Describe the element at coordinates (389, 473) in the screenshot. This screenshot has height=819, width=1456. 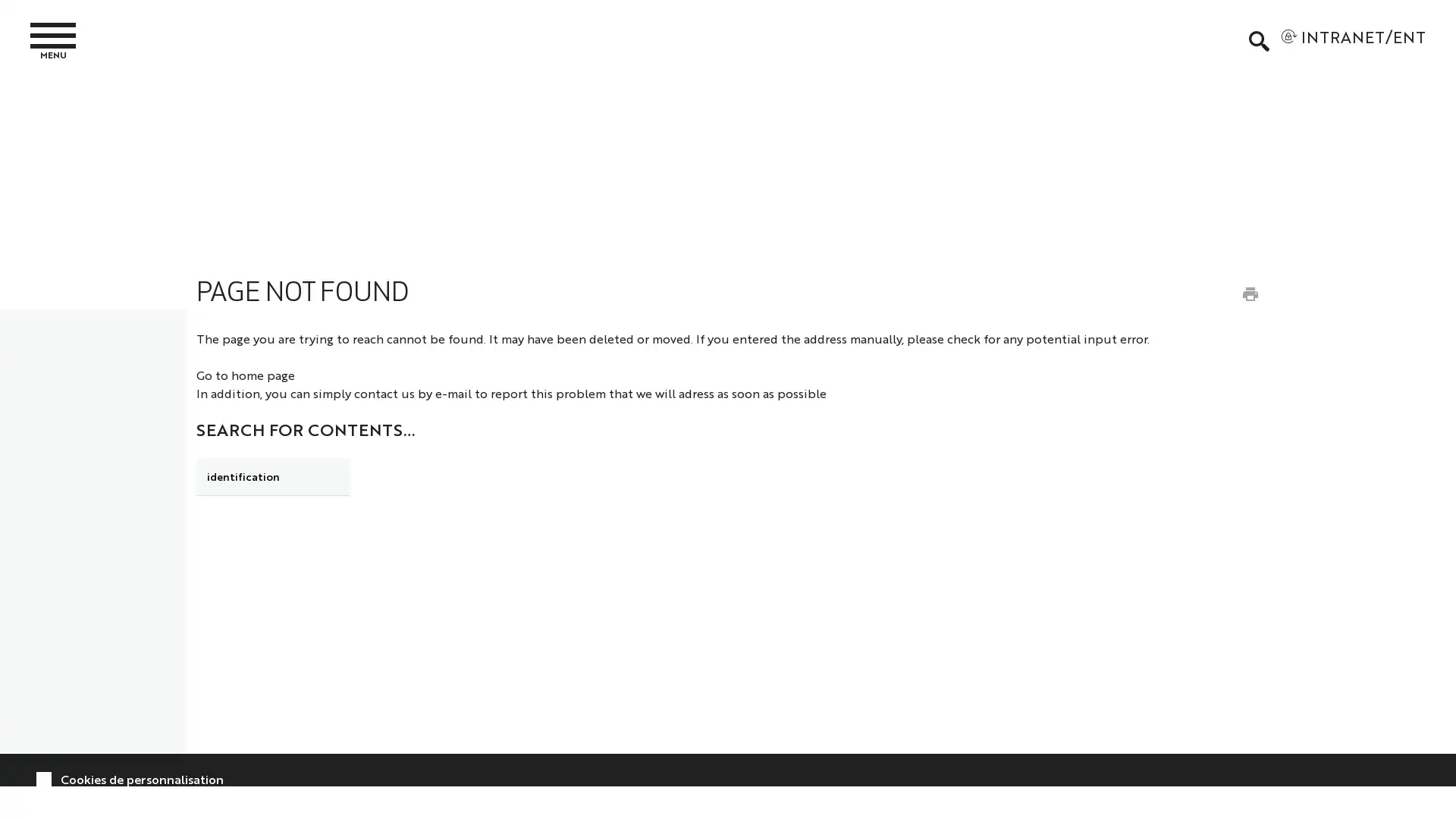
I see `Search` at that location.